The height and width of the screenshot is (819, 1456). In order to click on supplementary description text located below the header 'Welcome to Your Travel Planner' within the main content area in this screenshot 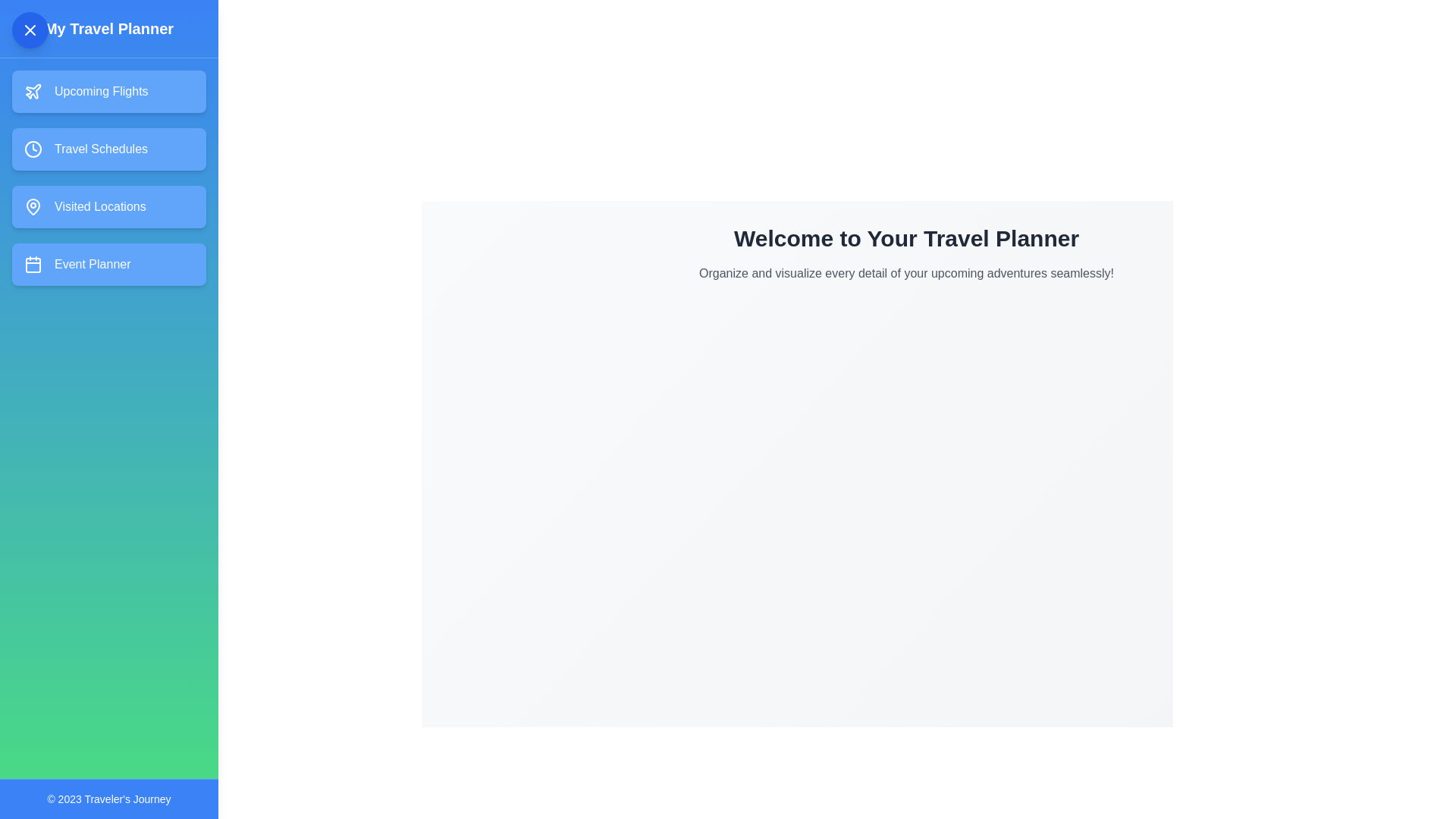, I will do `click(906, 274)`.